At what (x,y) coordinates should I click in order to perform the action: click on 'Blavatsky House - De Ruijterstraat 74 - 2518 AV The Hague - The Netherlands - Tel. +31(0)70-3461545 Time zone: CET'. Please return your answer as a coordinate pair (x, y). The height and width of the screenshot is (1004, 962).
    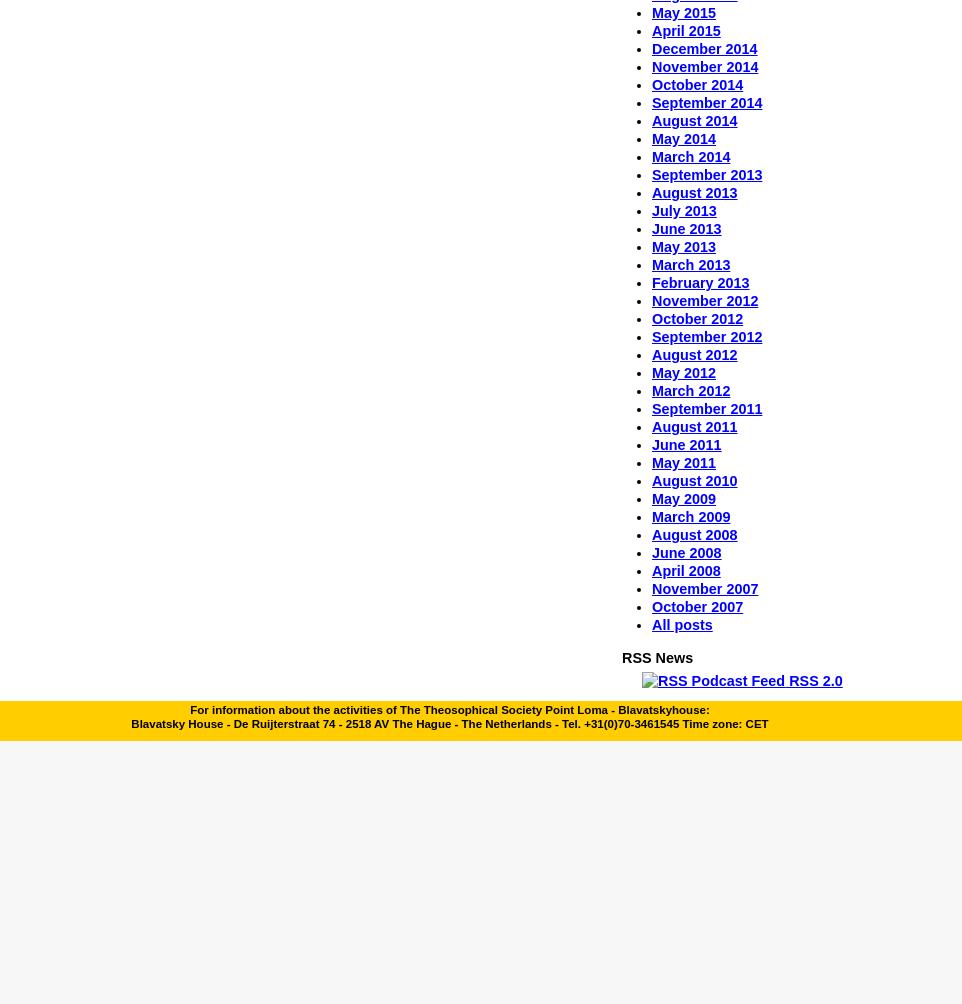
    Looking at the image, I should click on (130, 721).